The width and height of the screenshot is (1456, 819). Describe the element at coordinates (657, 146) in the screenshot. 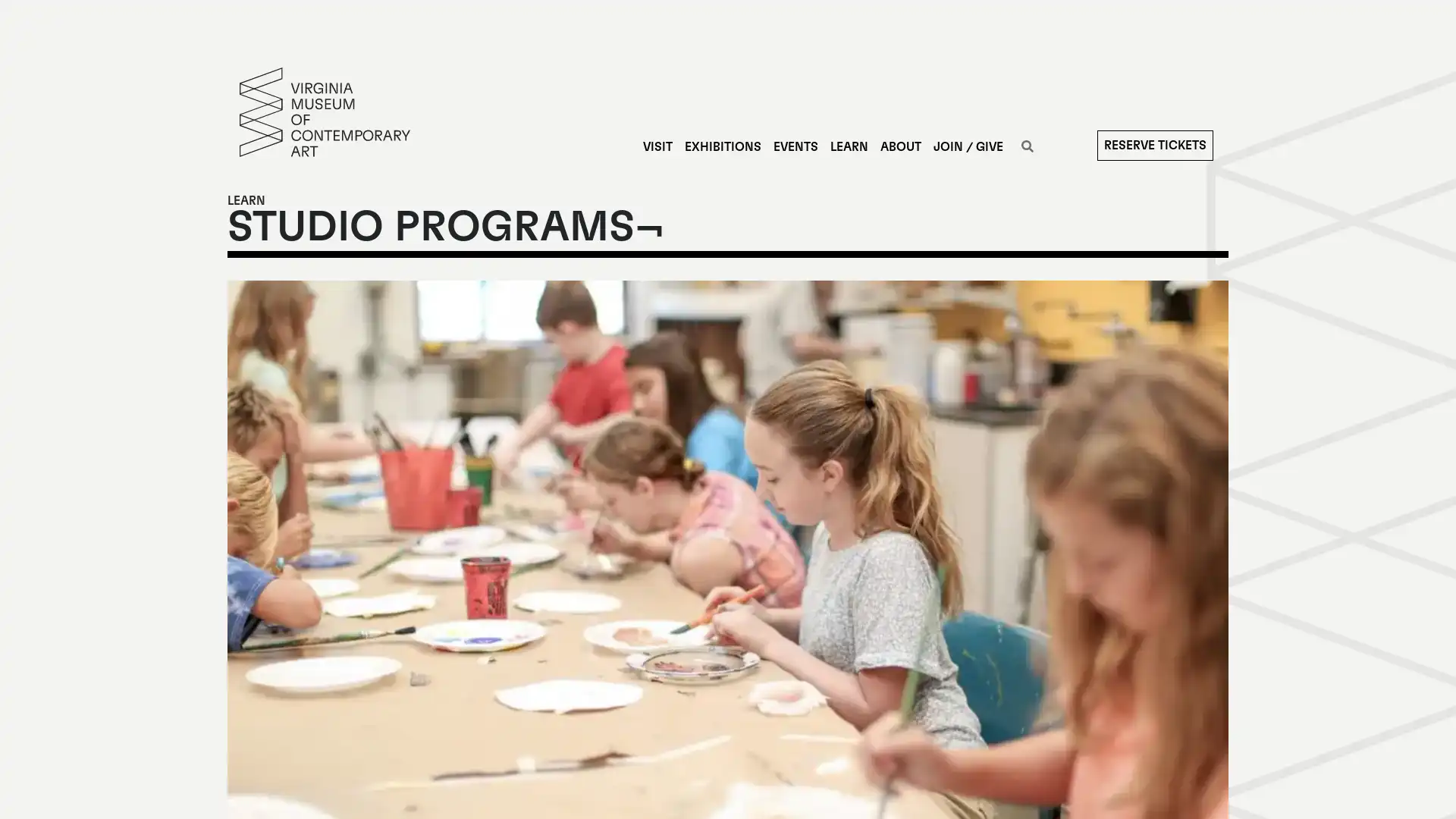

I see `VISIT` at that location.